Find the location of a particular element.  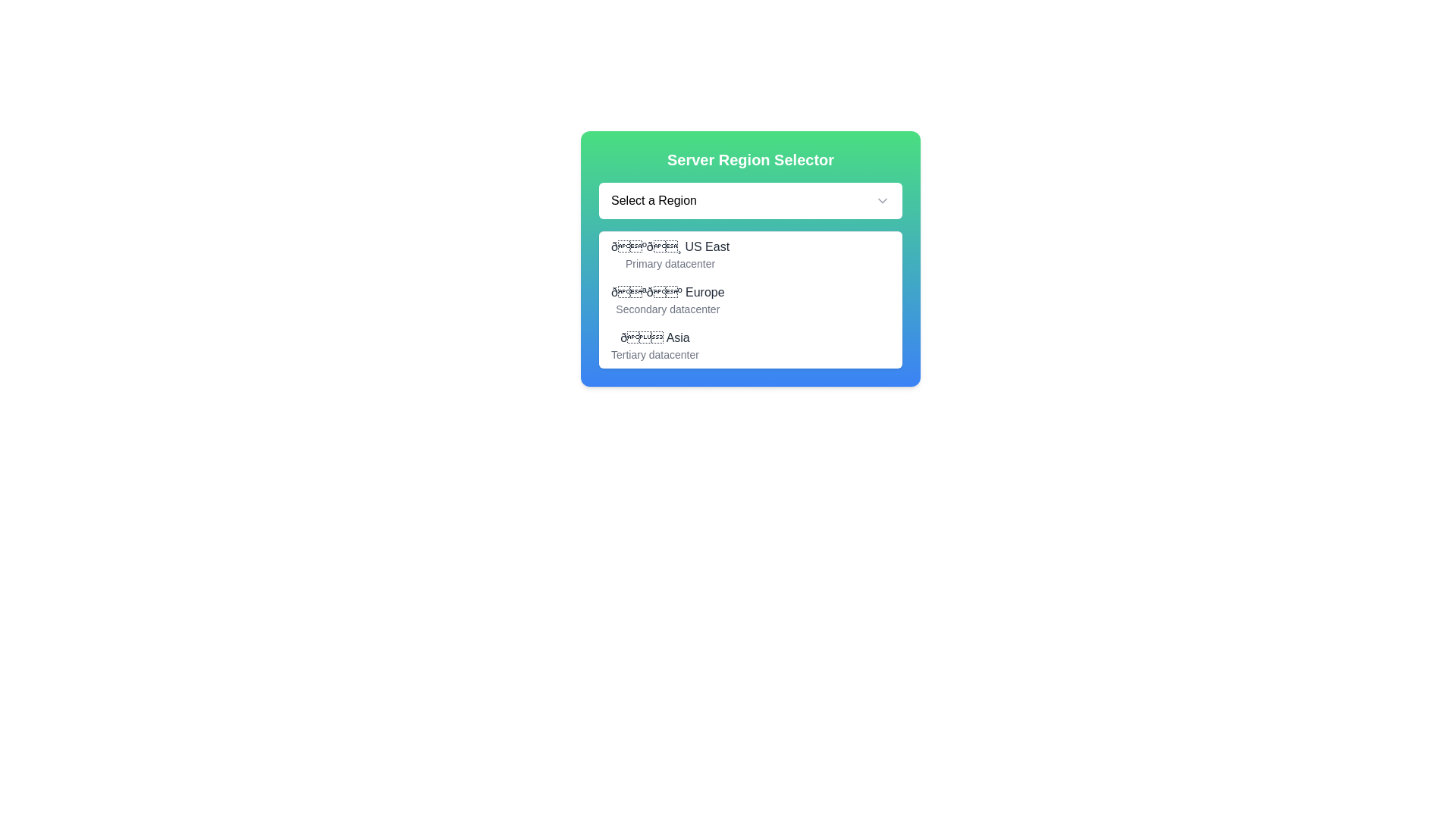

the 'Asia' text label with icon located in the dropdown menu under 'Server Region Selector', which is the first line in the third option group, just above 'Tertiary datacenter' is located at coordinates (655, 337).